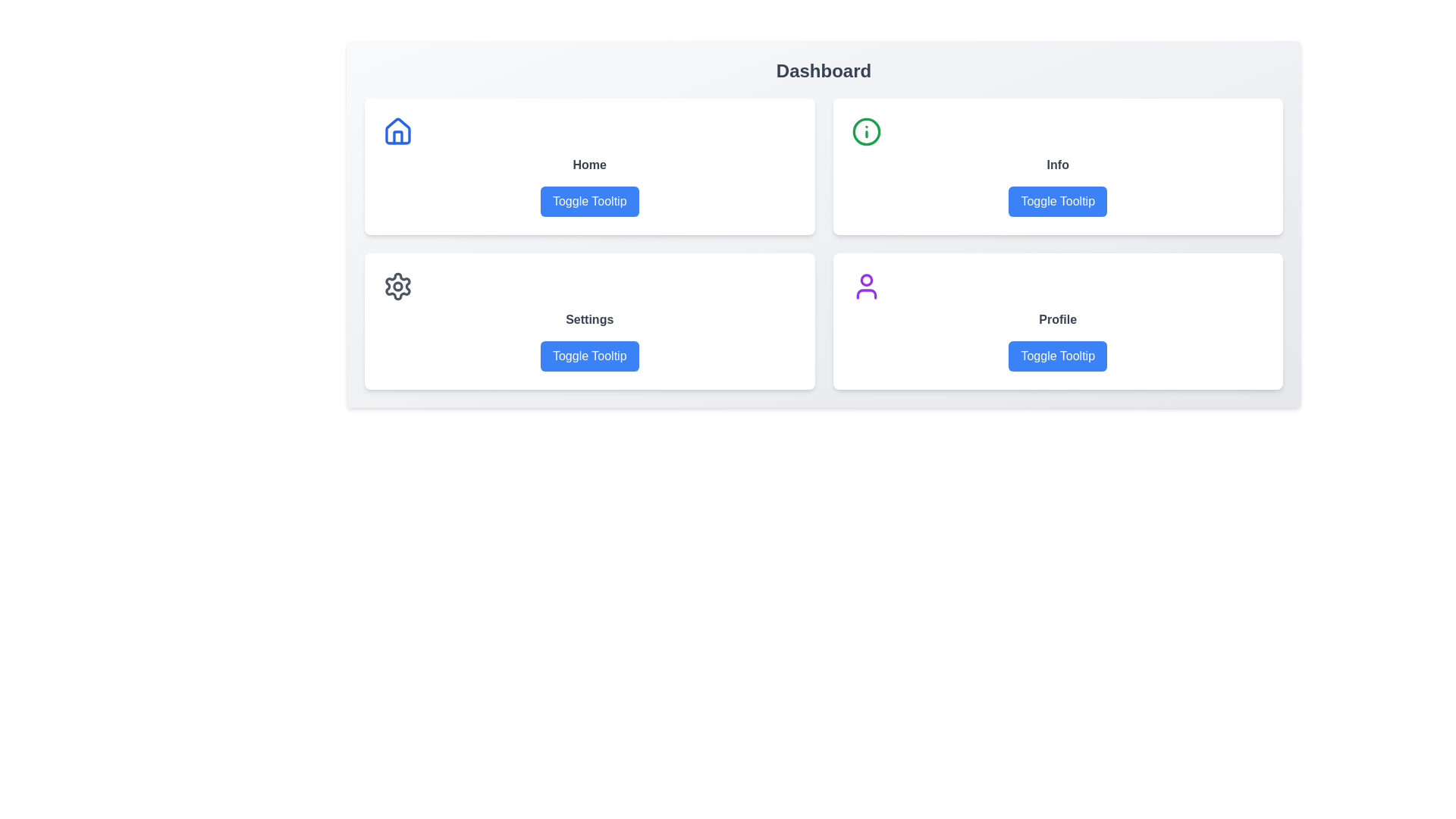  Describe the element at coordinates (866, 130) in the screenshot. I see `the green circular icon representing informational content located in the 'Info' section, which is positioned to the right of the 'Home' section and above the 'Profile' section` at that location.